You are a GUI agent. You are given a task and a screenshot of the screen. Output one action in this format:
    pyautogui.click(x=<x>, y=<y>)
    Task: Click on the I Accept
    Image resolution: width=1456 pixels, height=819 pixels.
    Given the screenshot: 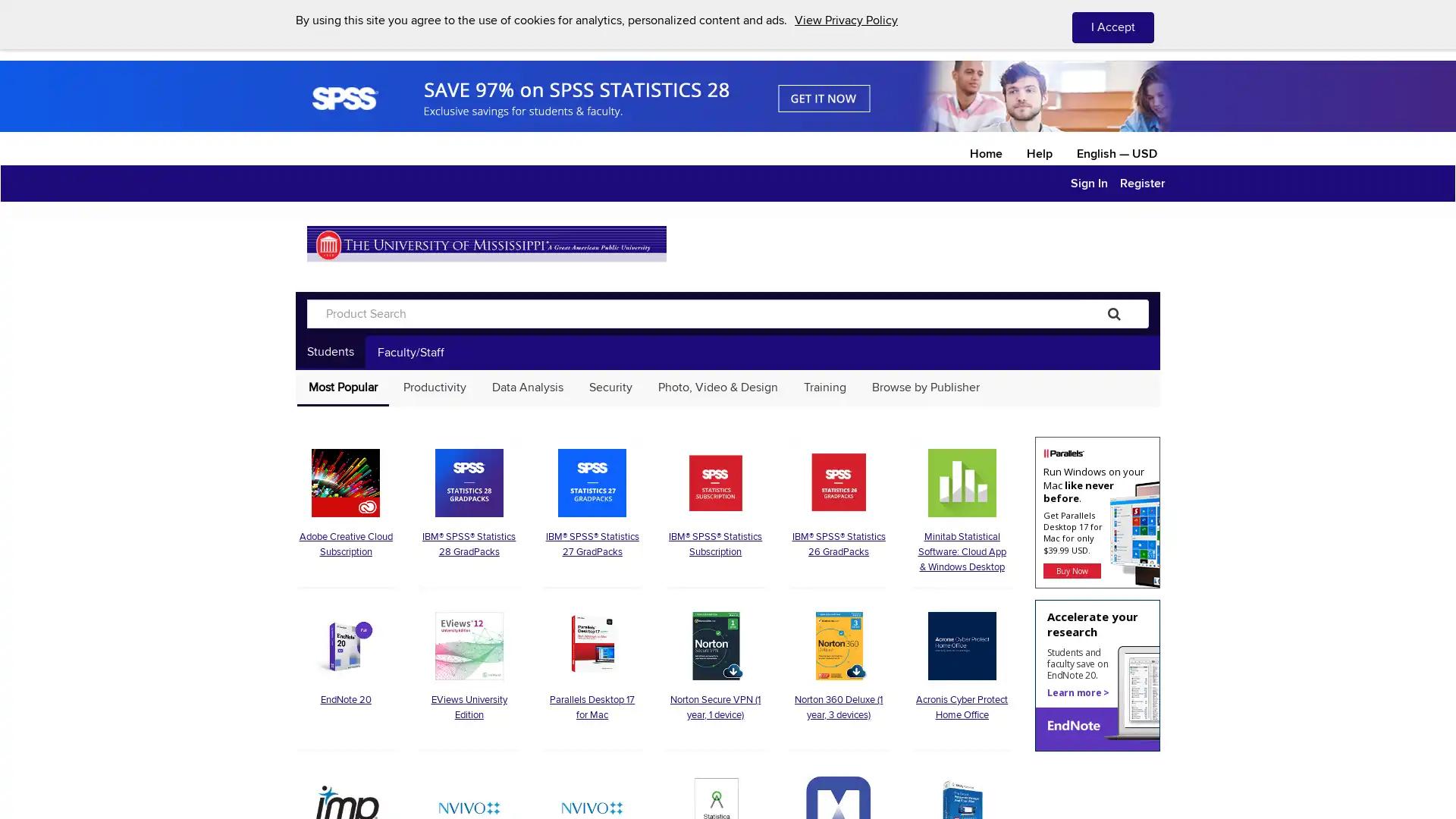 What is the action you would take?
    pyautogui.click(x=1113, y=27)
    